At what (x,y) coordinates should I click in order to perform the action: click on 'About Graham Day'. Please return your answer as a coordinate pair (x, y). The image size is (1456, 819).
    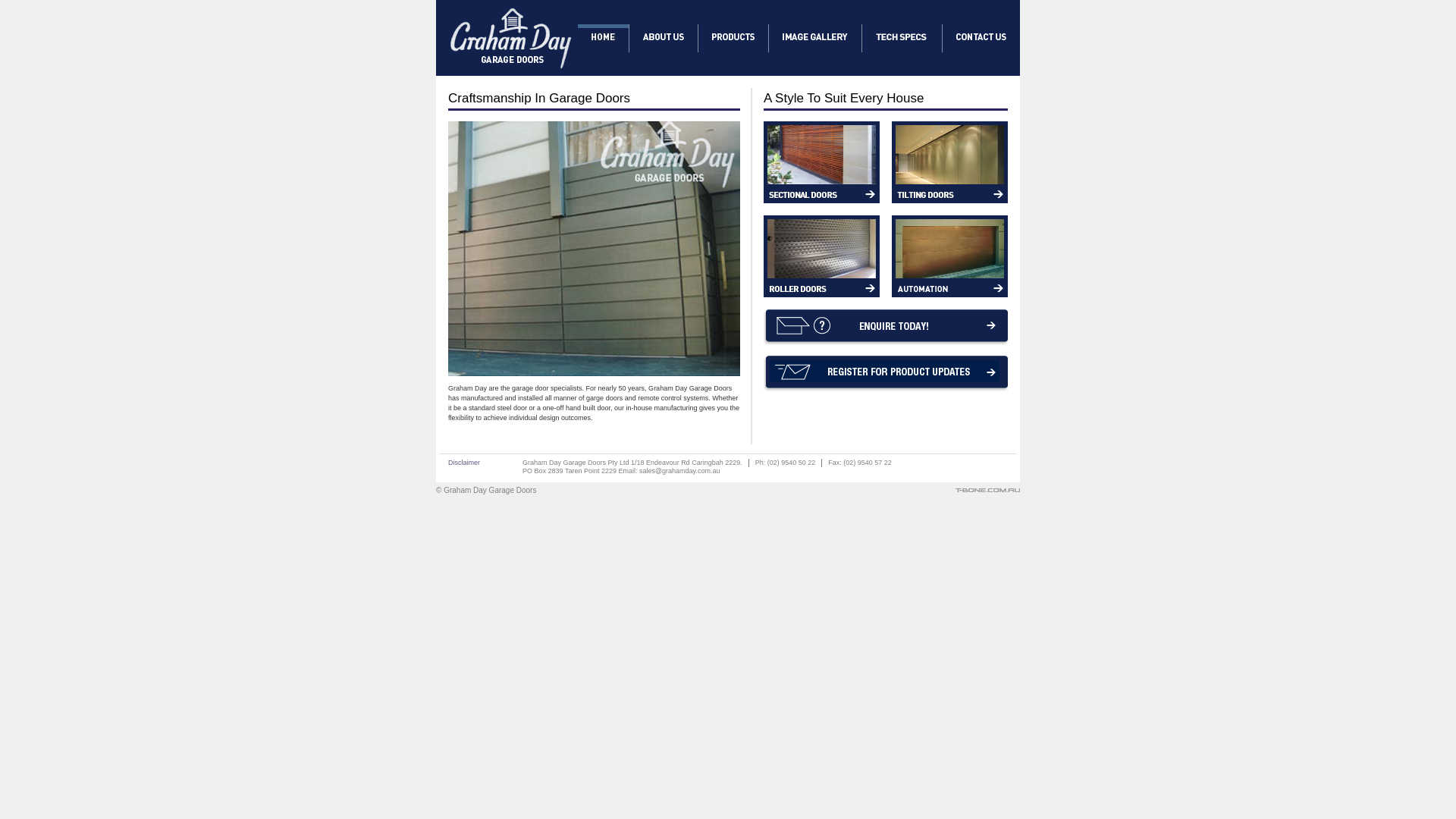
    Looking at the image, I should click on (663, 37).